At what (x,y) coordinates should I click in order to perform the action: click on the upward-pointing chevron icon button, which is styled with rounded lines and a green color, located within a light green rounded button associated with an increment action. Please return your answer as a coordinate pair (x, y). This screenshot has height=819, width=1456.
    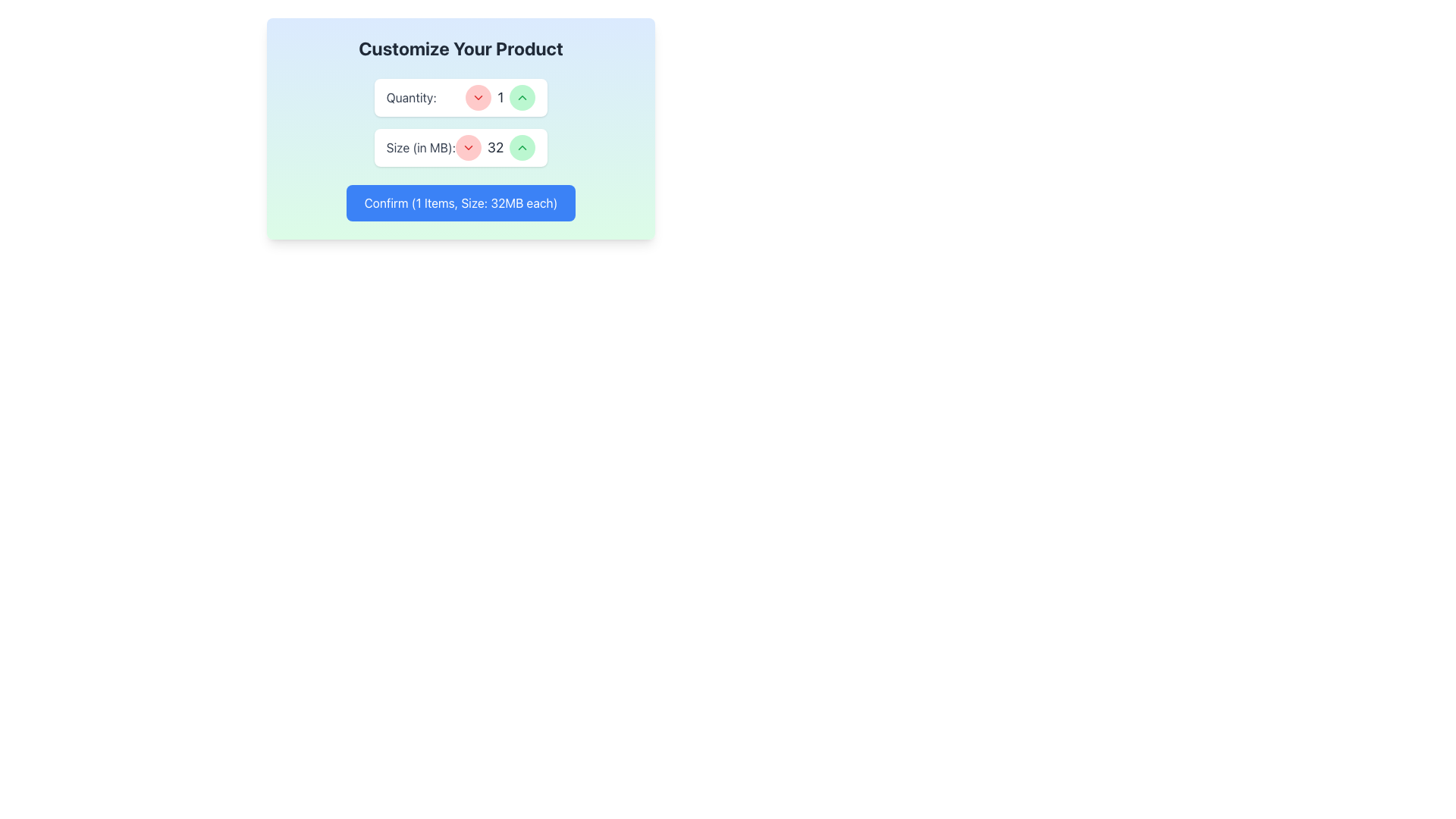
    Looking at the image, I should click on (522, 148).